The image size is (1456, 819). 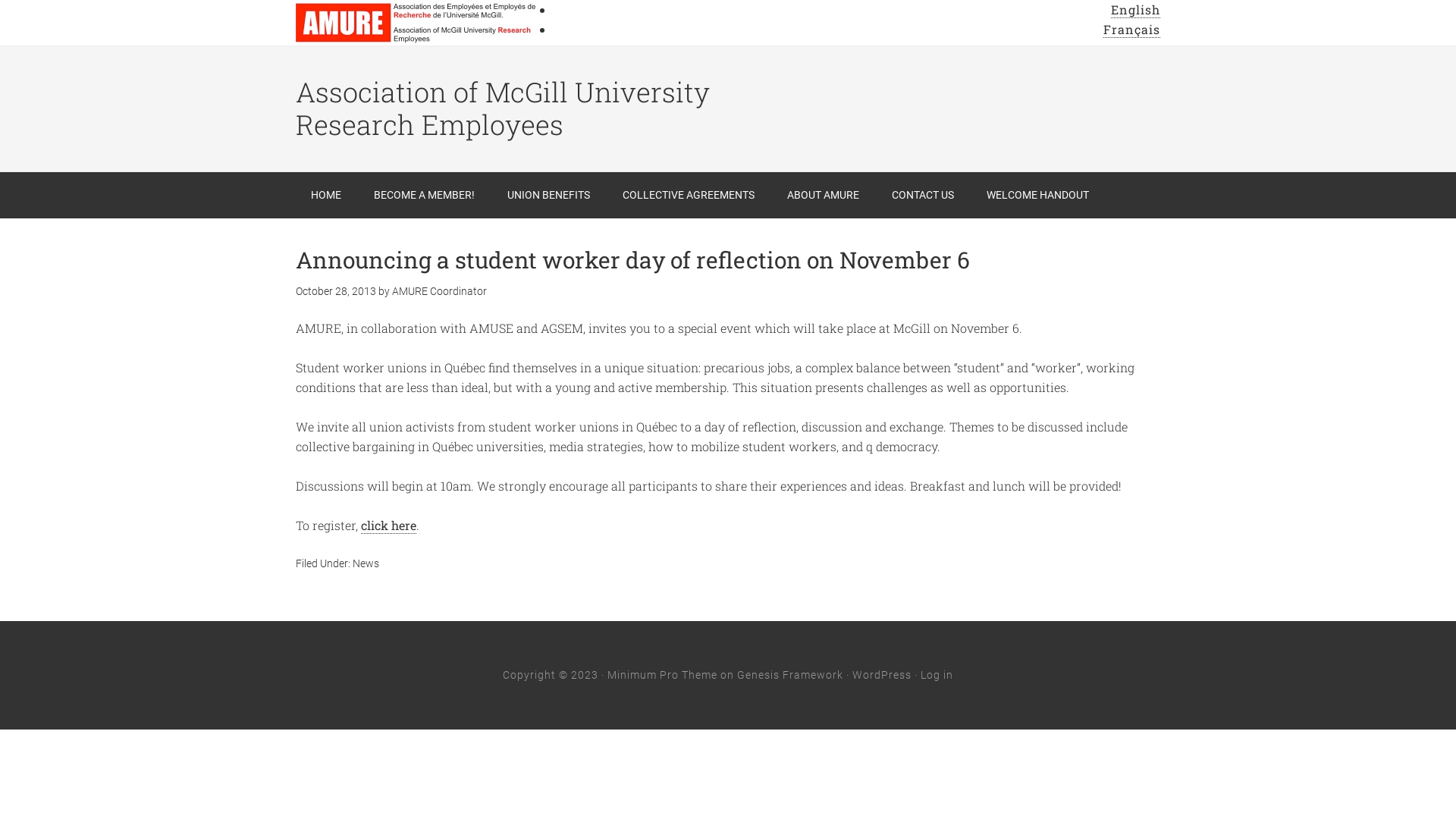 What do you see at coordinates (789, 674) in the screenshot?
I see `'Genesis Framework'` at bounding box center [789, 674].